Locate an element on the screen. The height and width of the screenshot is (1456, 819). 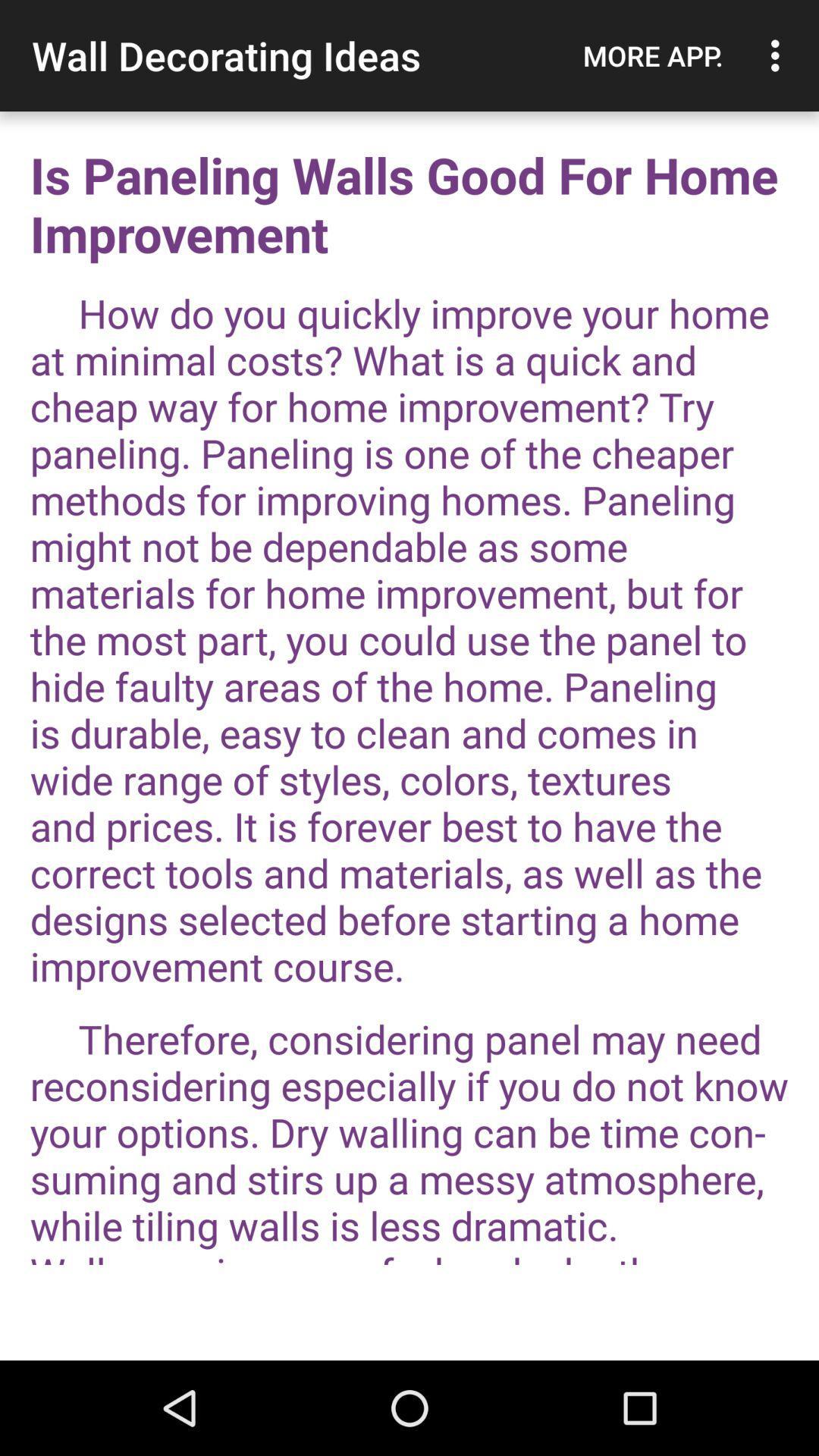
app above is paneling walls app is located at coordinates (779, 55).